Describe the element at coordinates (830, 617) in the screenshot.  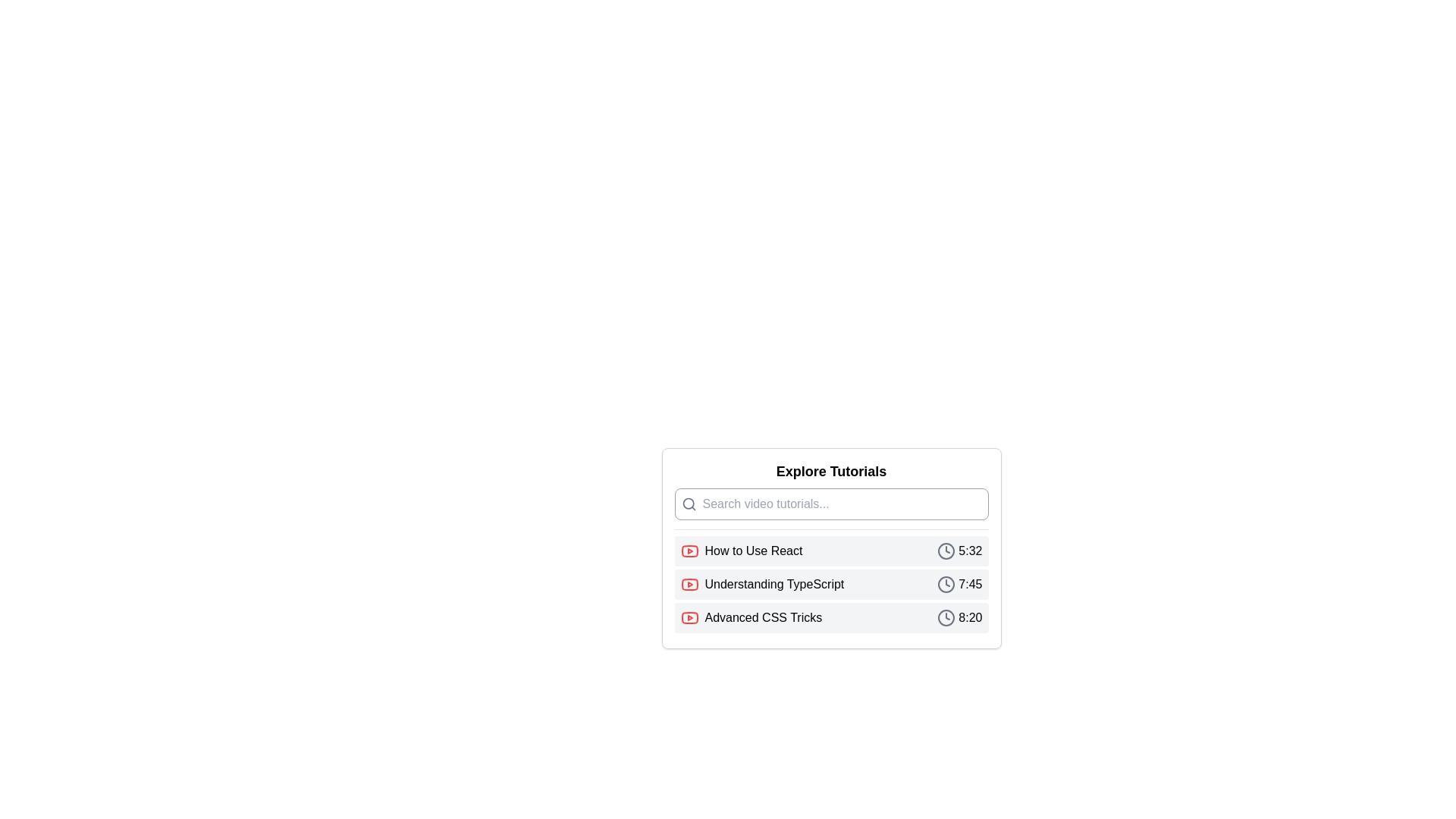
I see `the third tutorial item in the list titled 'Explore Tutorials' for keyboard navigation` at that location.